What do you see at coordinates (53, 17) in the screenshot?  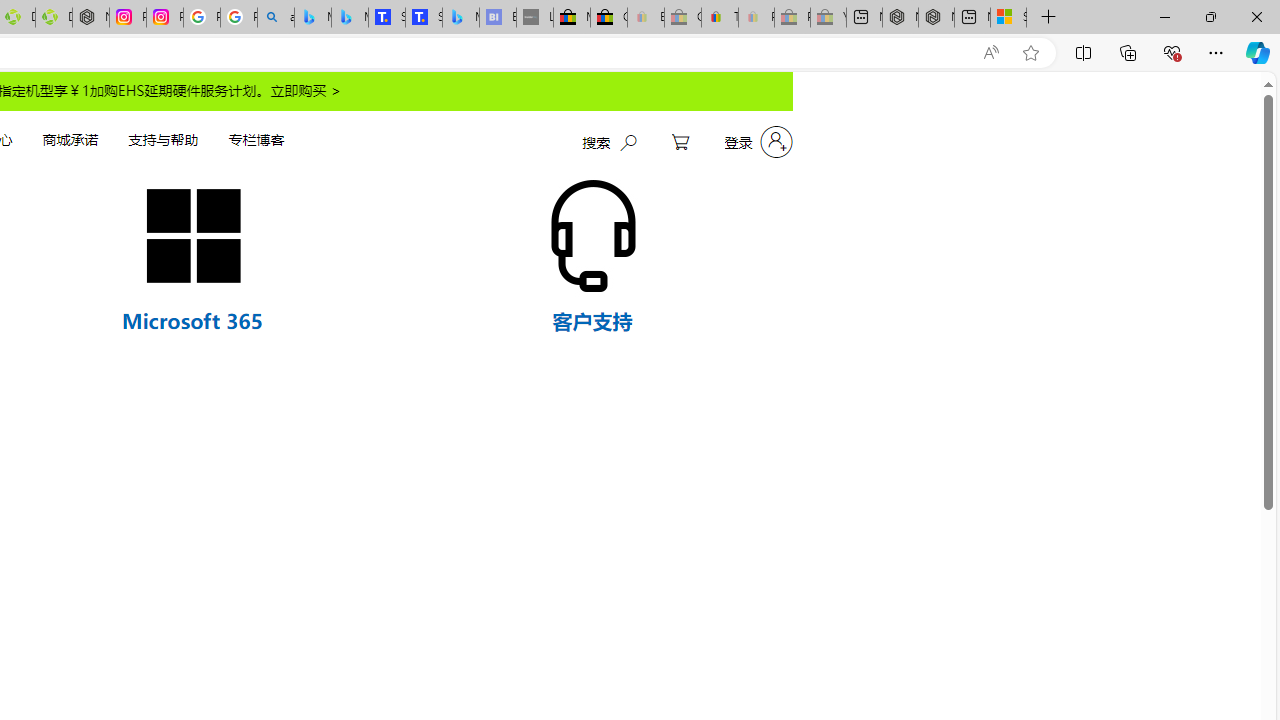 I see `'Descarga Driver Updater'` at bounding box center [53, 17].